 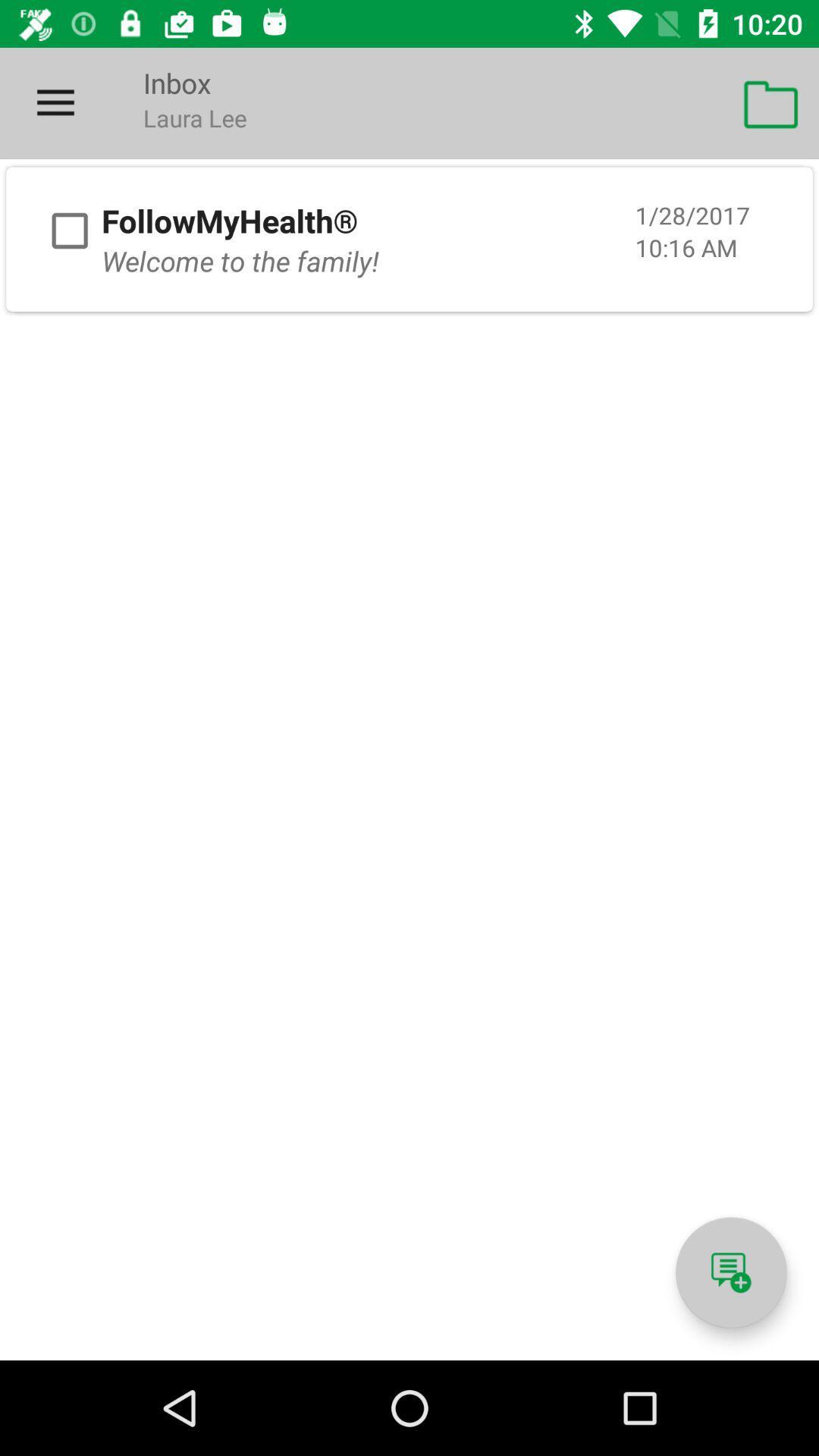 I want to click on new message, so click(x=730, y=1272).